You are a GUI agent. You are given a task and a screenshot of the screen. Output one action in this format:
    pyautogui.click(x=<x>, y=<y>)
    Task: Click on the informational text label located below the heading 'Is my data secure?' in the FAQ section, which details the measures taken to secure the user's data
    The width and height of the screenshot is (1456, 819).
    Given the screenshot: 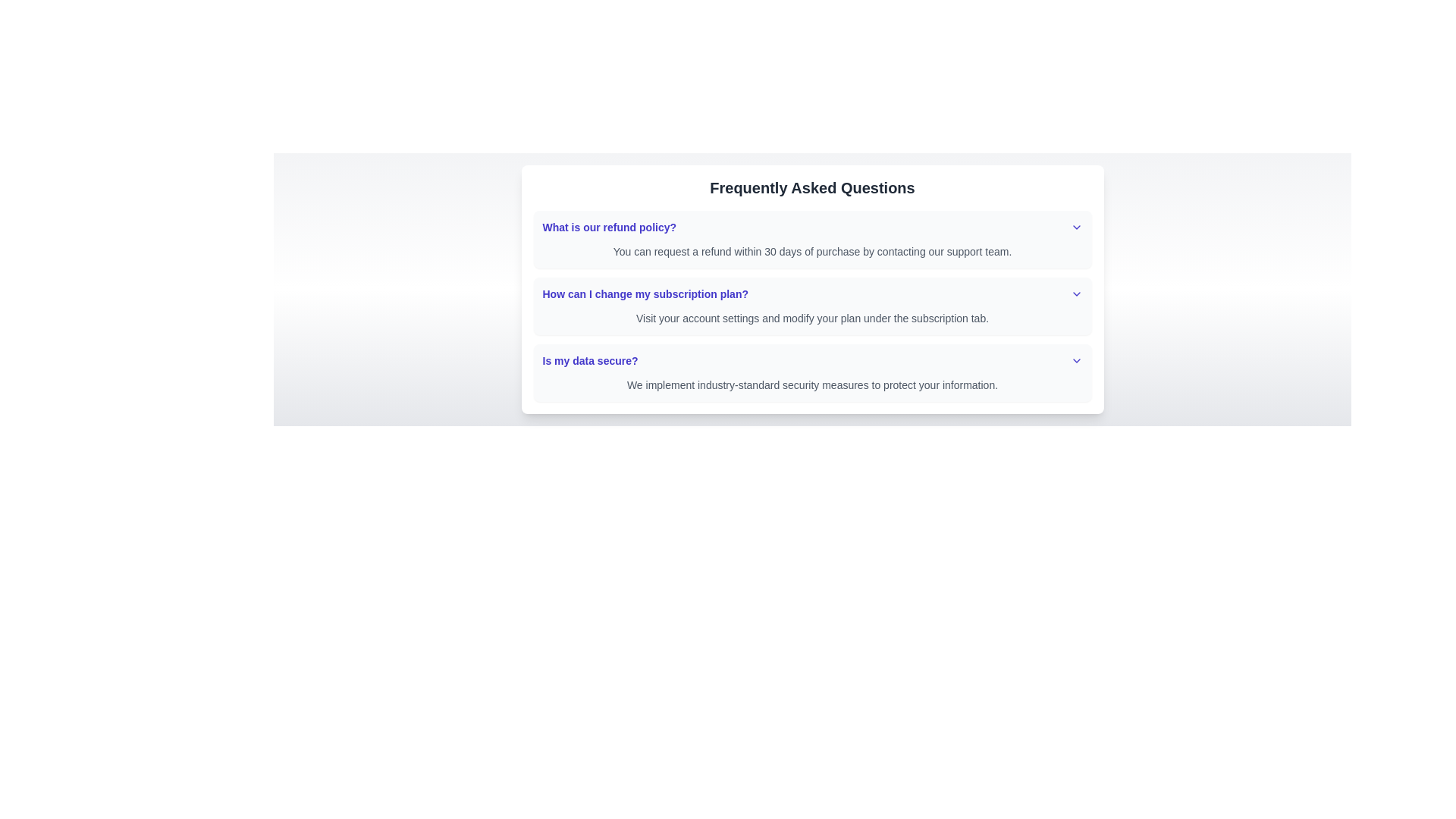 What is the action you would take?
    pyautogui.click(x=811, y=384)
    